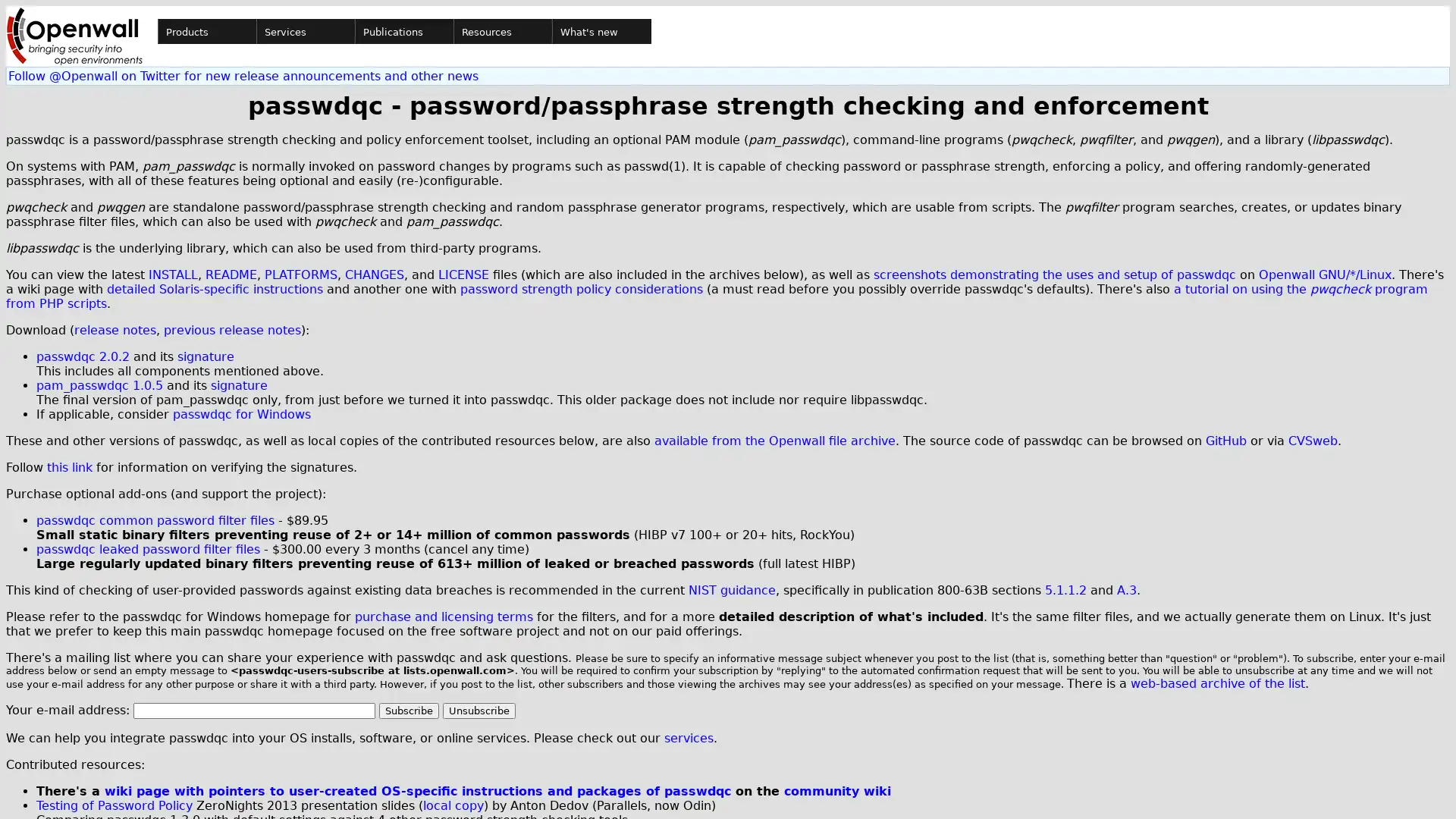  What do you see at coordinates (479, 711) in the screenshot?
I see `Unsubscribe` at bounding box center [479, 711].